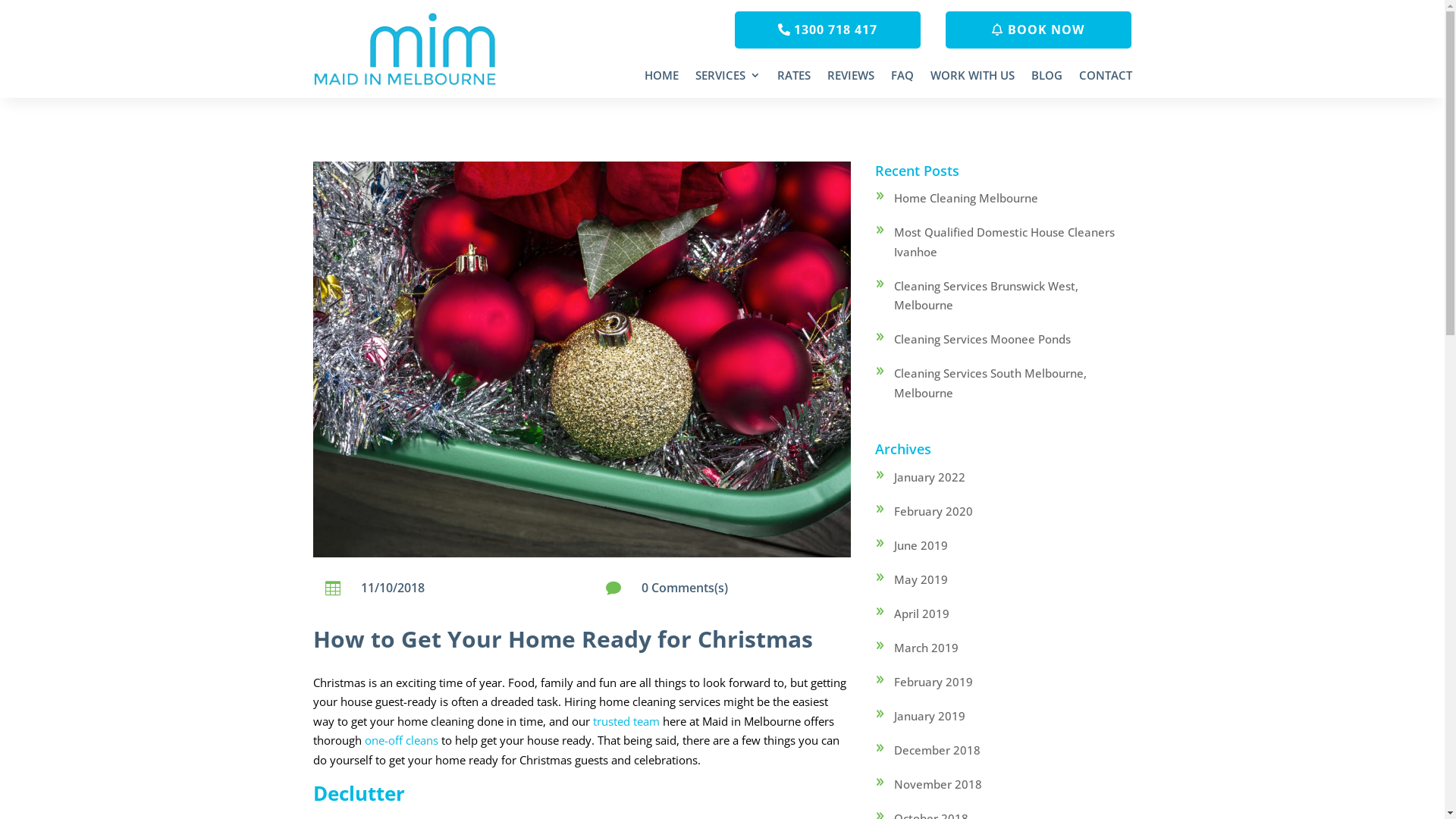  I want to click on 'Most Qualified Domestic House Cleaners Ivanhoe', so click(1004, 241).